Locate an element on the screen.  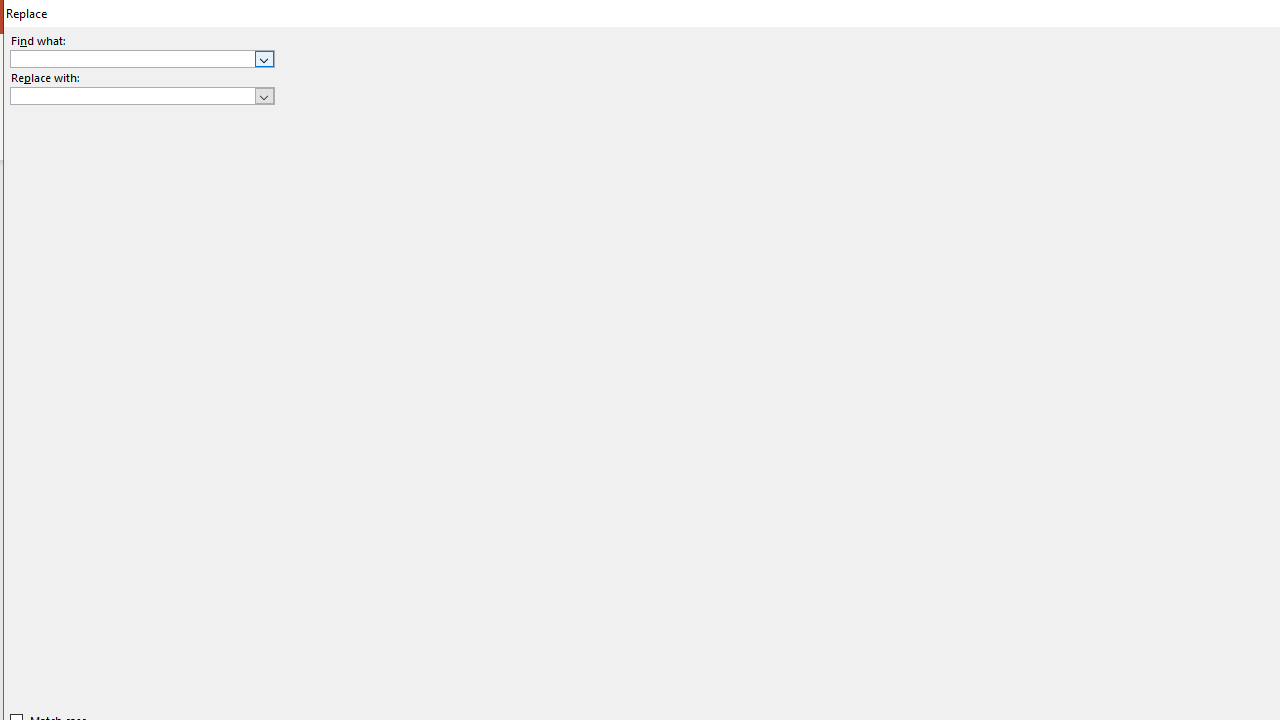
'Find what' is located at coordinates (141, 57).